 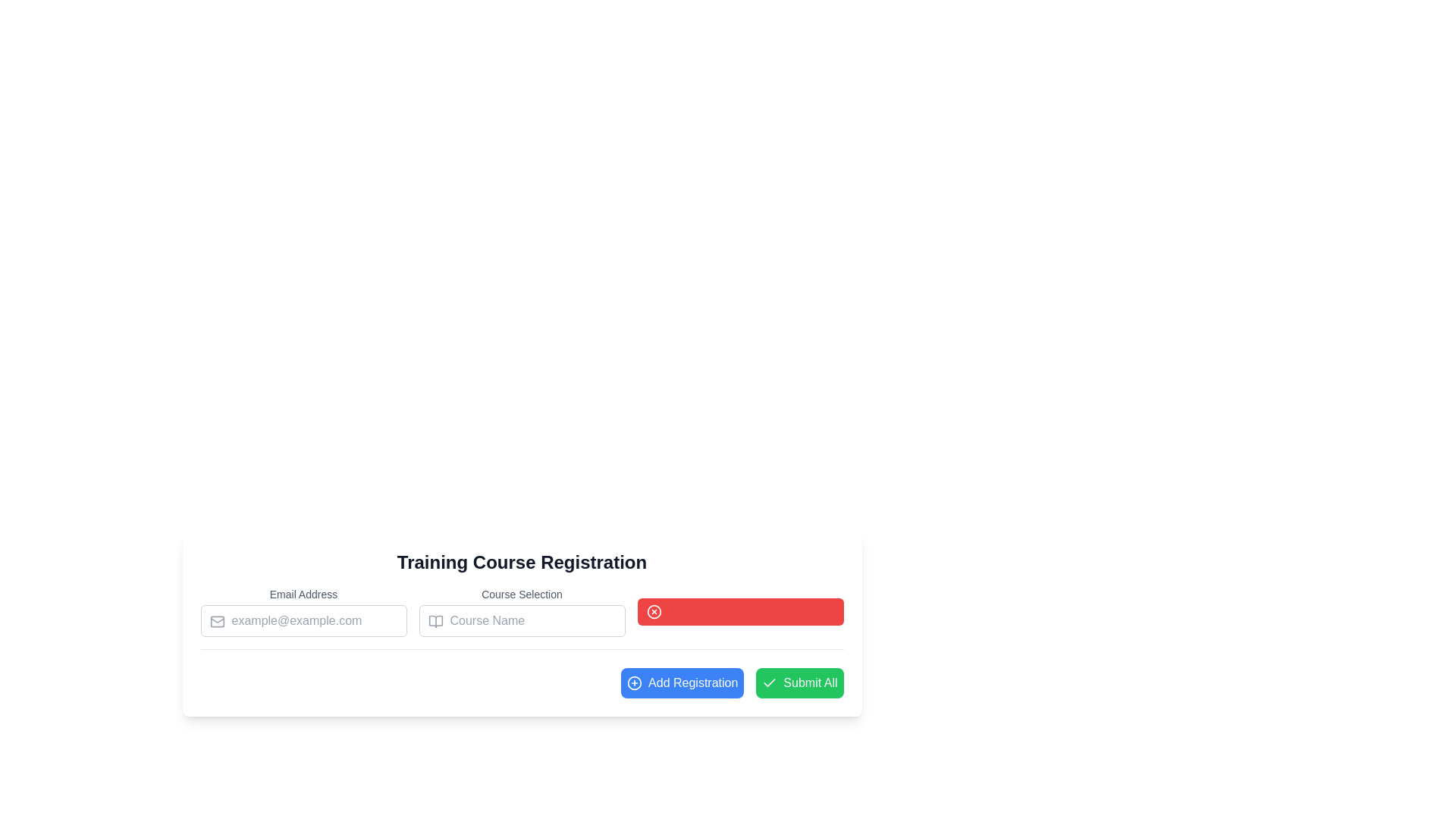 I want to click on the text label that describes the email input field, which is positioned above the email input and aligned with its left edge in the registration section, so click(x=303, y=593).